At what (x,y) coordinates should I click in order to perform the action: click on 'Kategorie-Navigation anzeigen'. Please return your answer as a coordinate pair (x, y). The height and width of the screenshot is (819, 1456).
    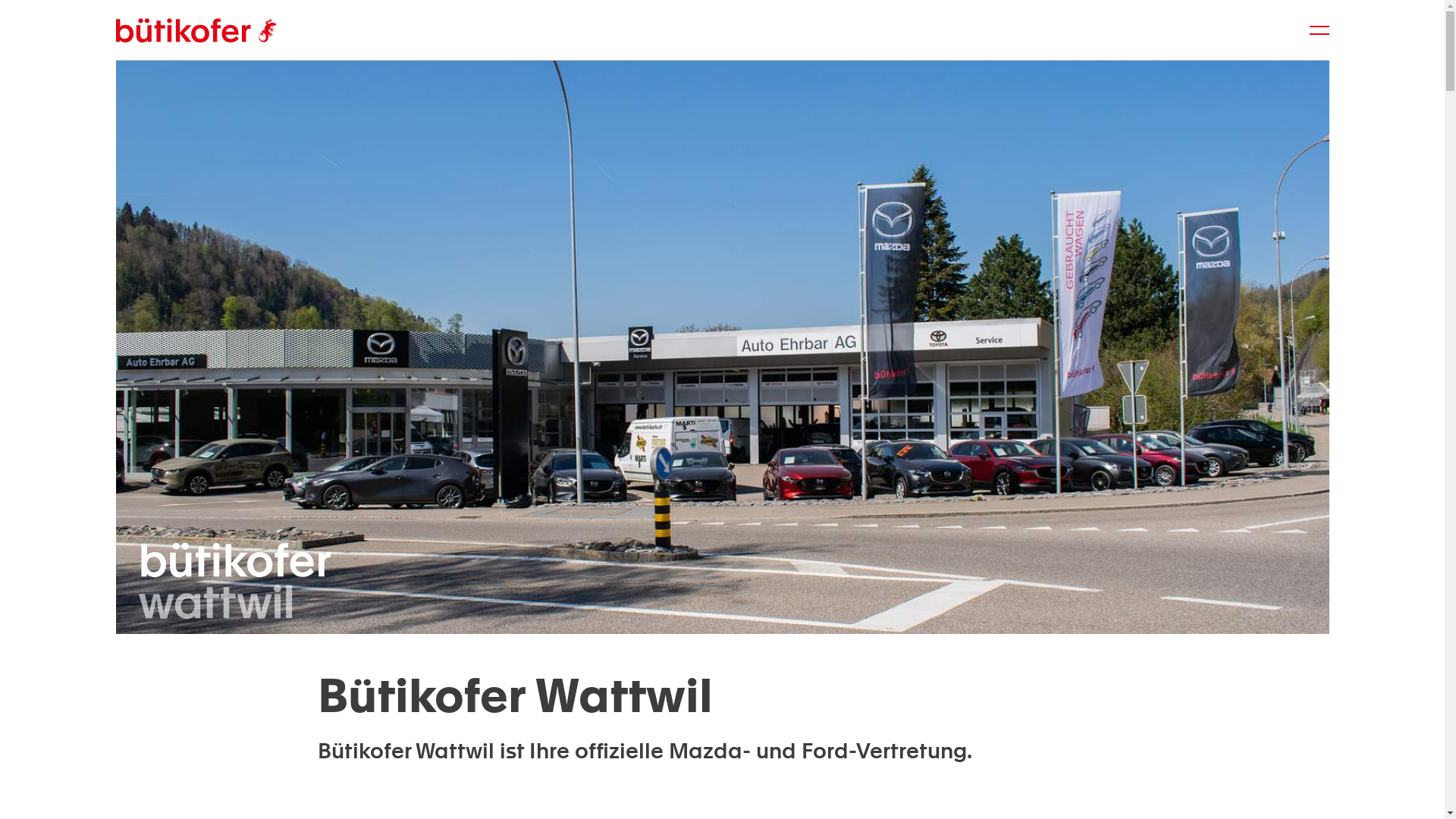
    Looking at the image, I should click on (1318, 30).